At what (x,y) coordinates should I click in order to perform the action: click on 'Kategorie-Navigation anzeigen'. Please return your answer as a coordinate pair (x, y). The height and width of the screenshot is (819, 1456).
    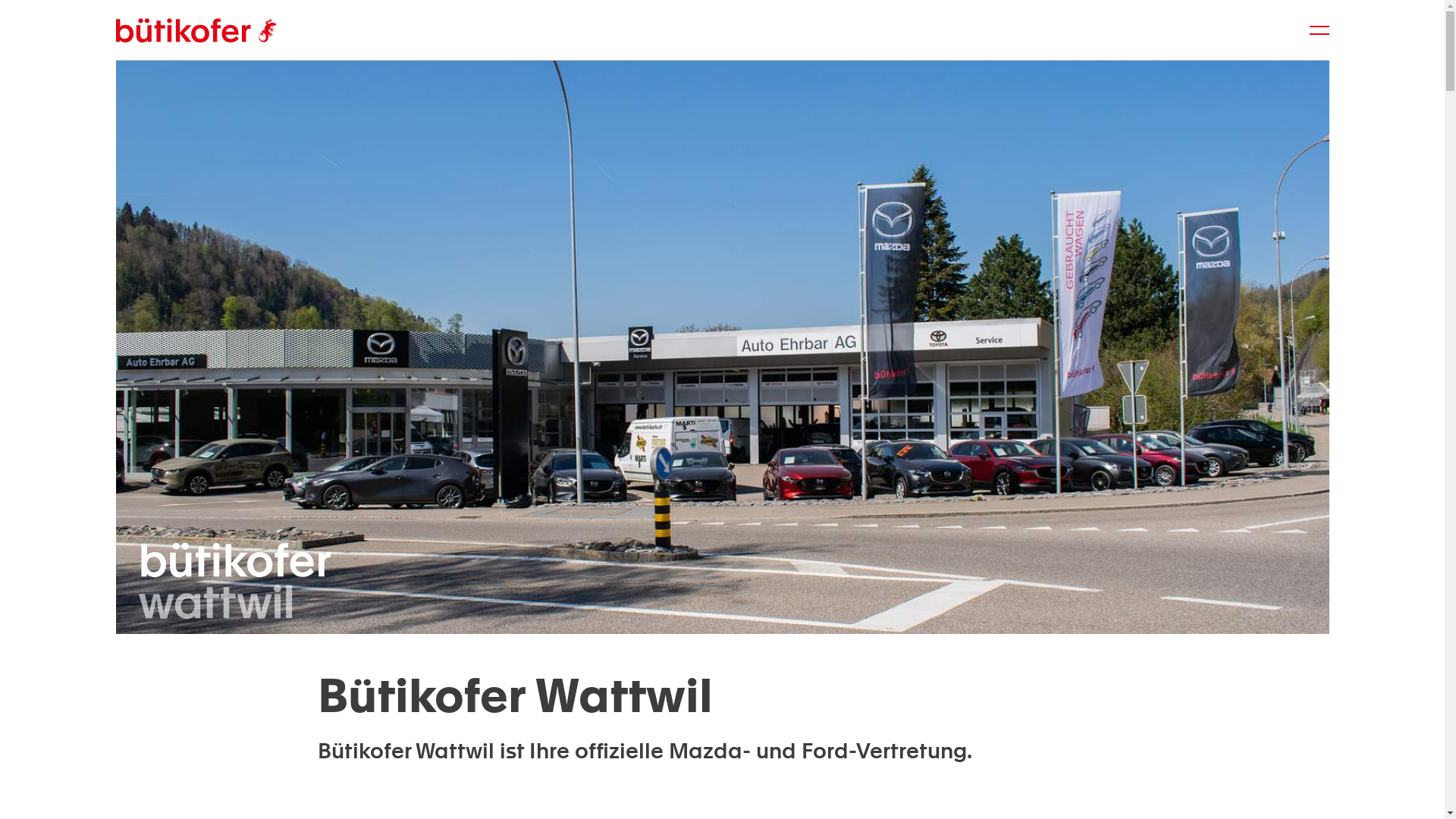
    Looking at the image, I should click on (1318, 30).